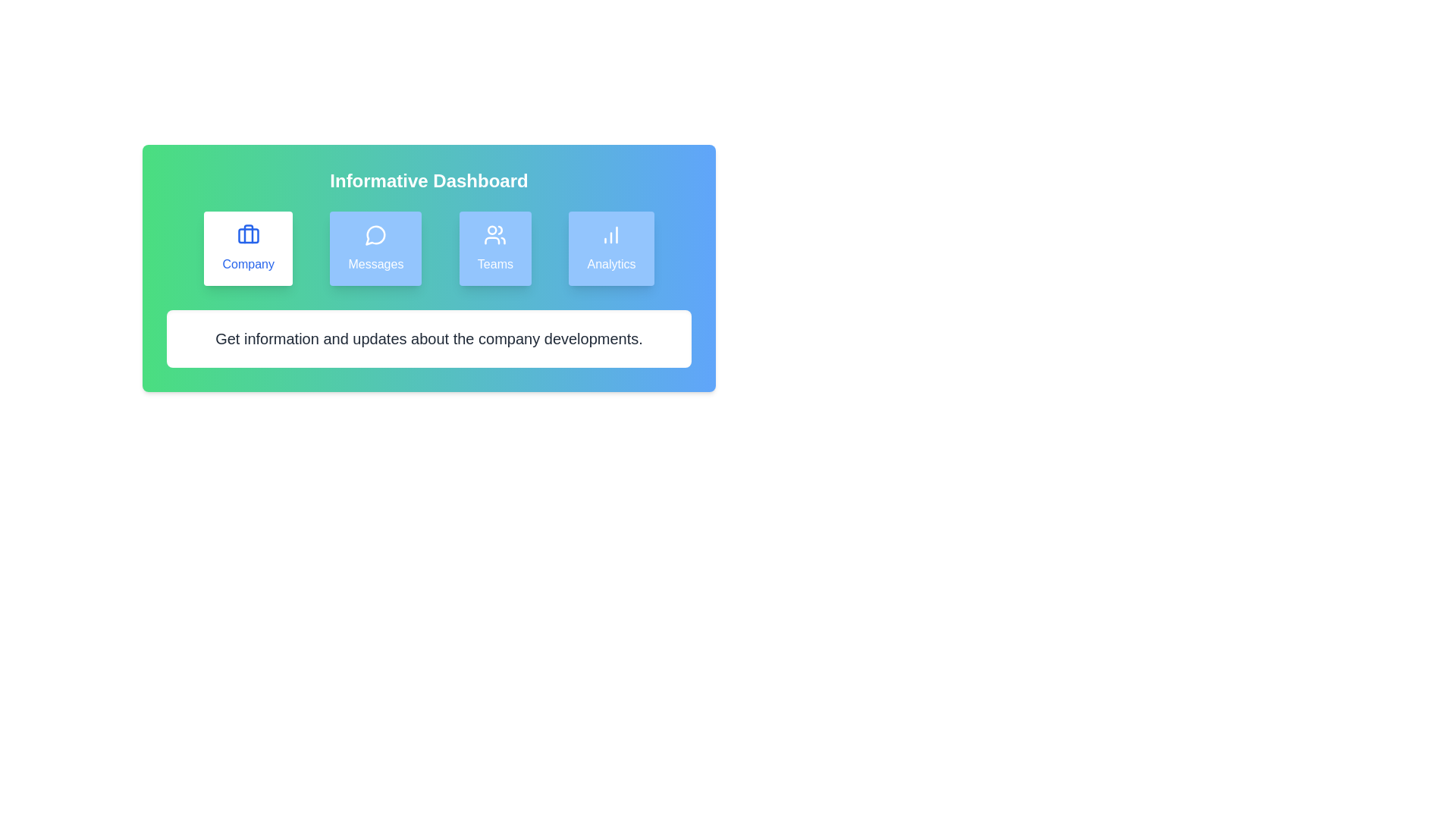 This screenshot has height=819, width=1456. Describe the element at coordinates (492, 240) in the screenshot. I see `the bottom segment of the 'Users' icon in the third card from the left in the top row of the dashboard interface` at that location.